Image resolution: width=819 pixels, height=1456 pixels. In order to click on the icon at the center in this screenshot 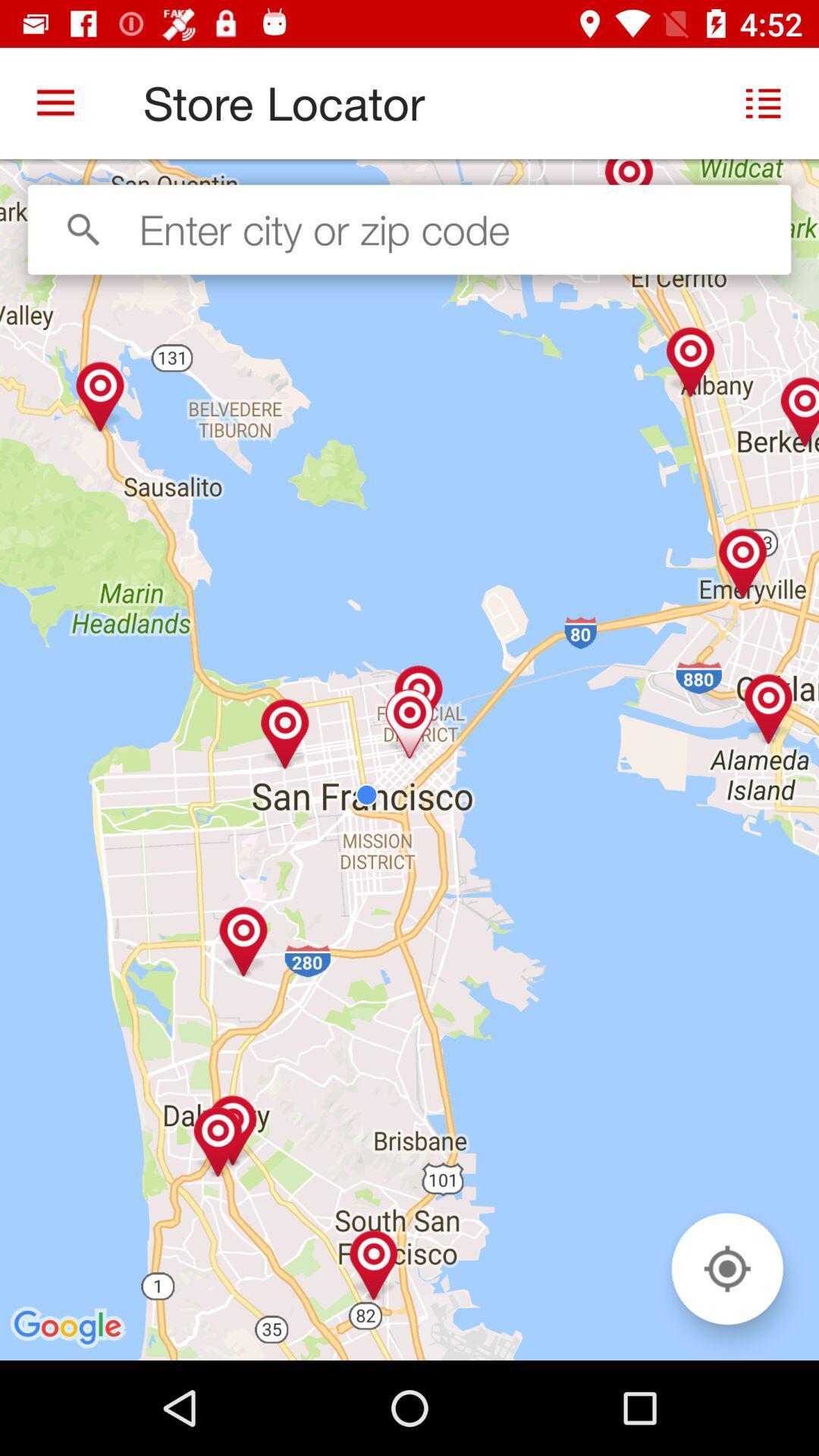, I will do `click(409, 760)`.